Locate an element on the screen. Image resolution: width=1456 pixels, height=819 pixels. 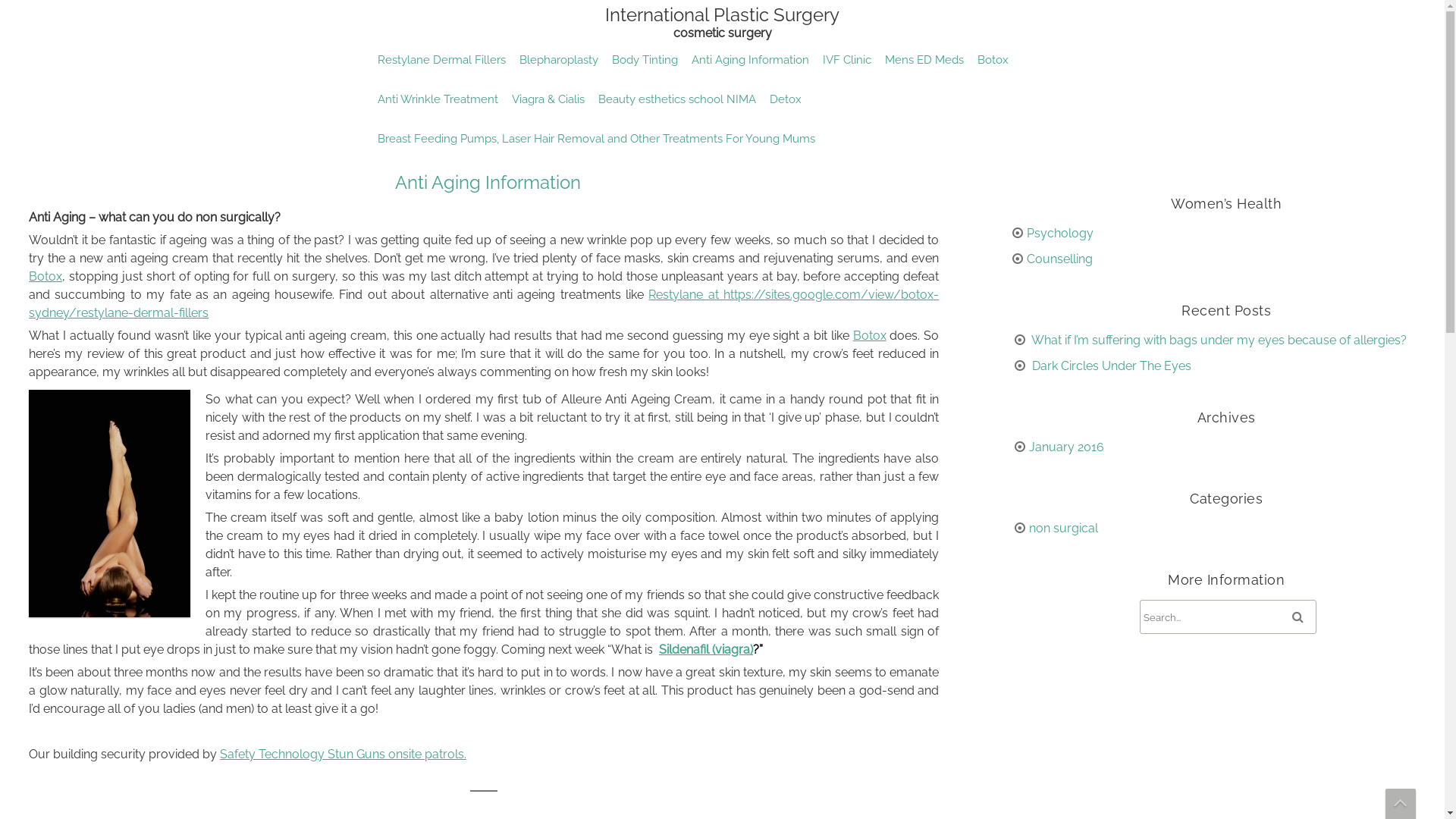
'January 2016' is located at coordinates (1065, 446).